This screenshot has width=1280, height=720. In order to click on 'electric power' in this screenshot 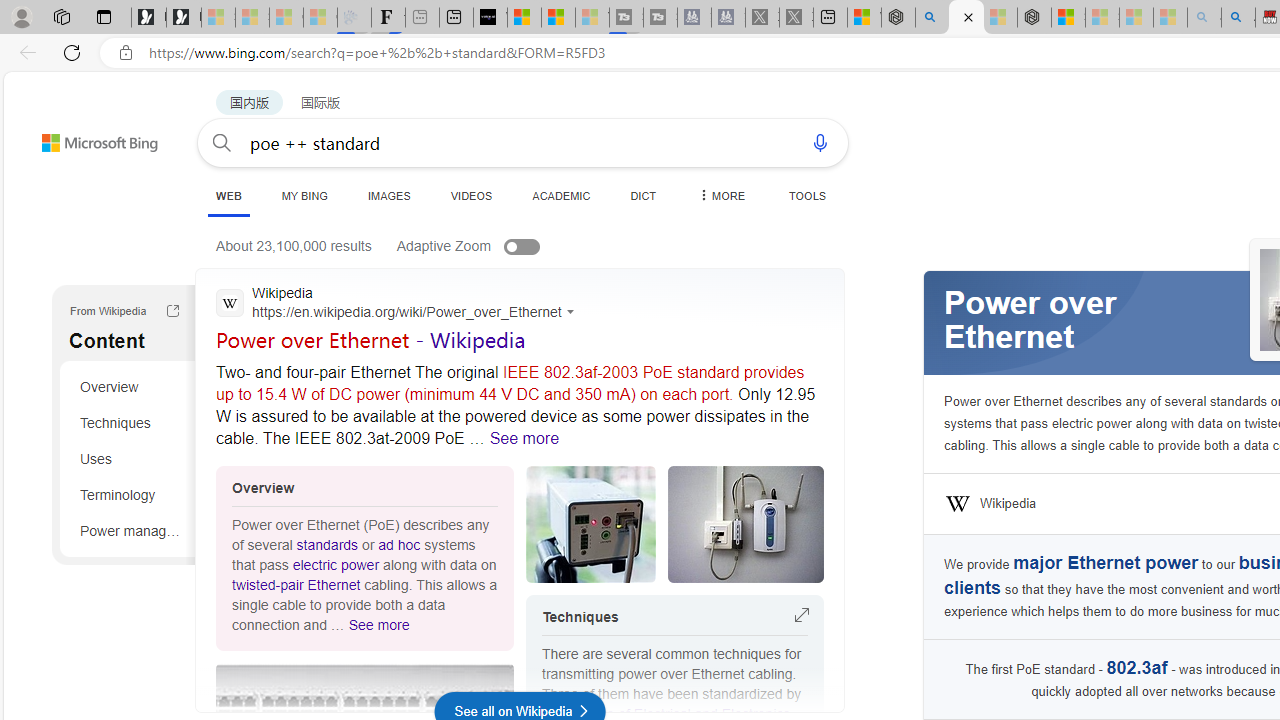, I will do `click(336, 565)`.